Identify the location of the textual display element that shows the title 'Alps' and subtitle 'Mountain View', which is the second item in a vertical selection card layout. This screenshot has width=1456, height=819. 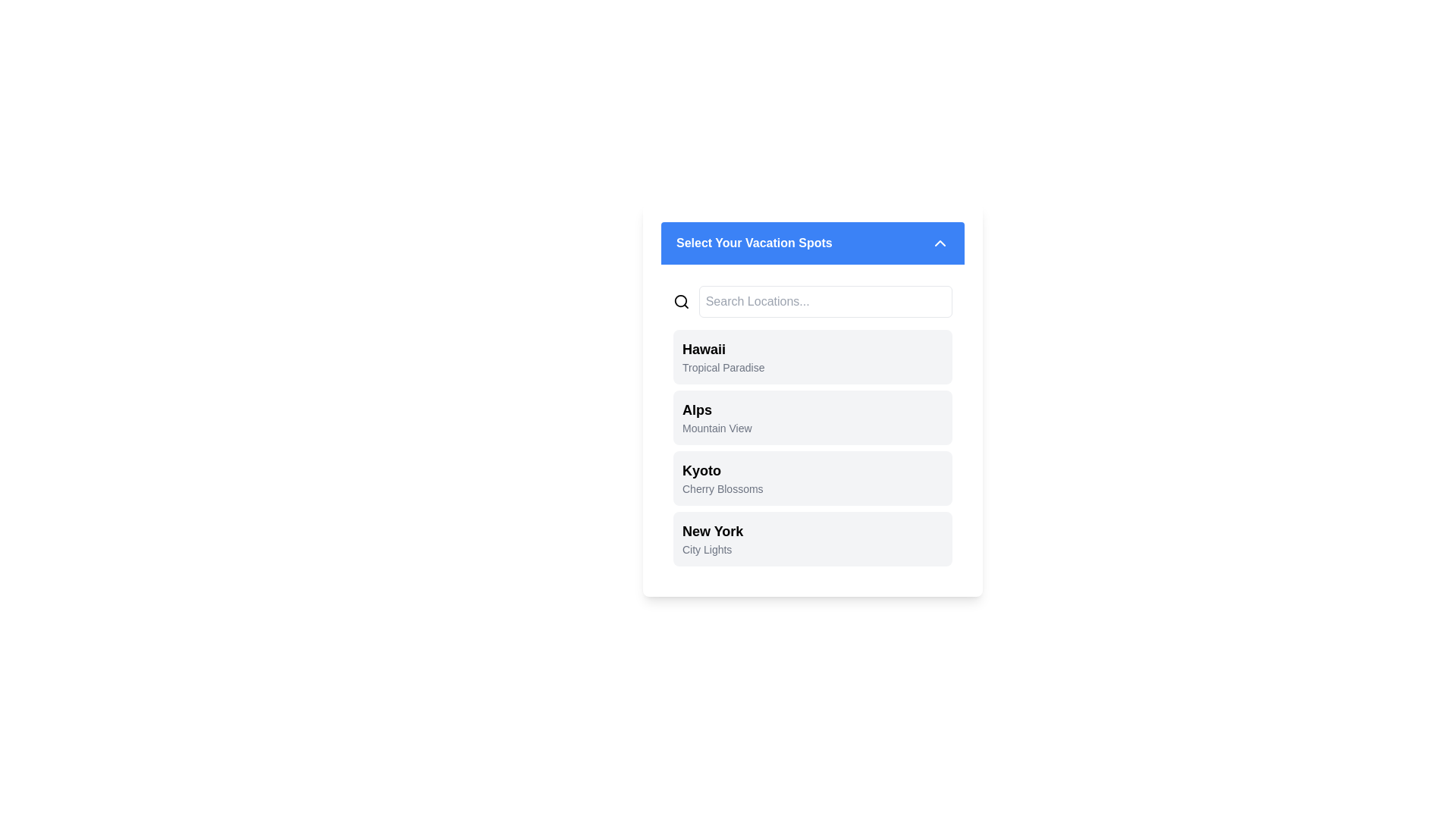
(716, 418).